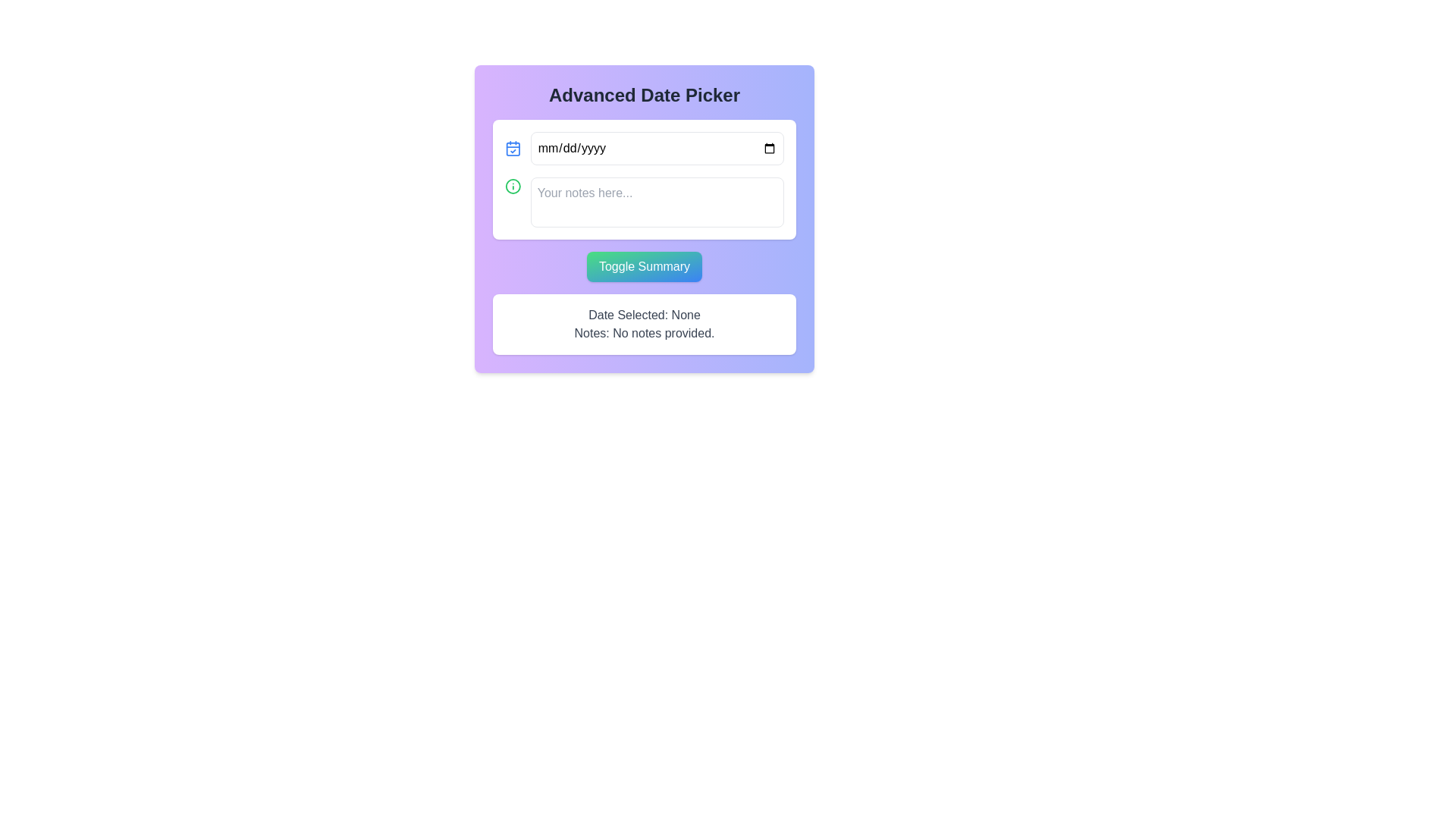 This screenshot has width=1456, height=819. I want to click on the informational icon located directly to the left of the text input area labeled 'Your notes here...' in the 'Advanced Date Picker' interface, so click(513, 186).